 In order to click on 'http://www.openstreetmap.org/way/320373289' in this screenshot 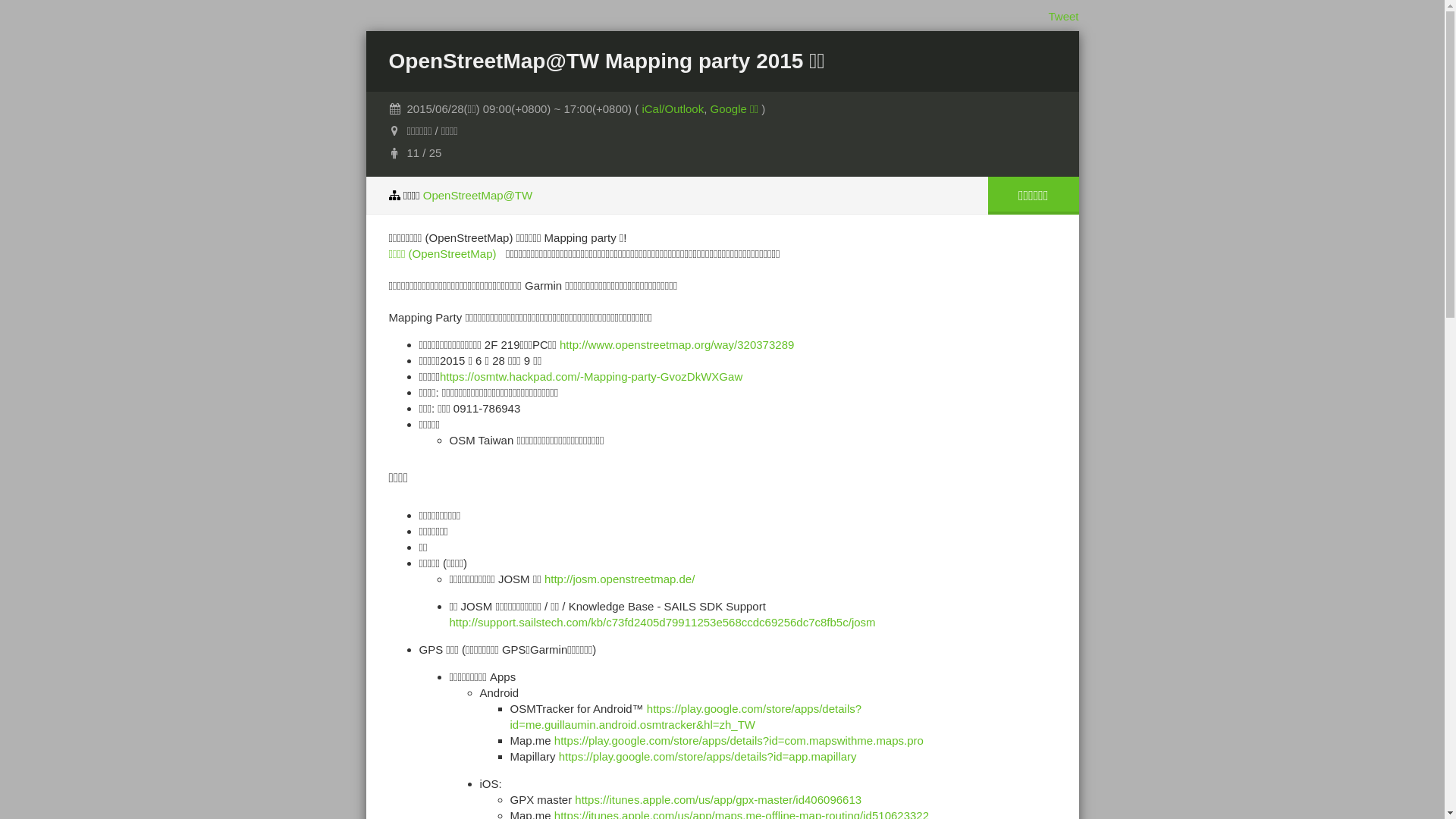, I will do `click(676, 344)`.